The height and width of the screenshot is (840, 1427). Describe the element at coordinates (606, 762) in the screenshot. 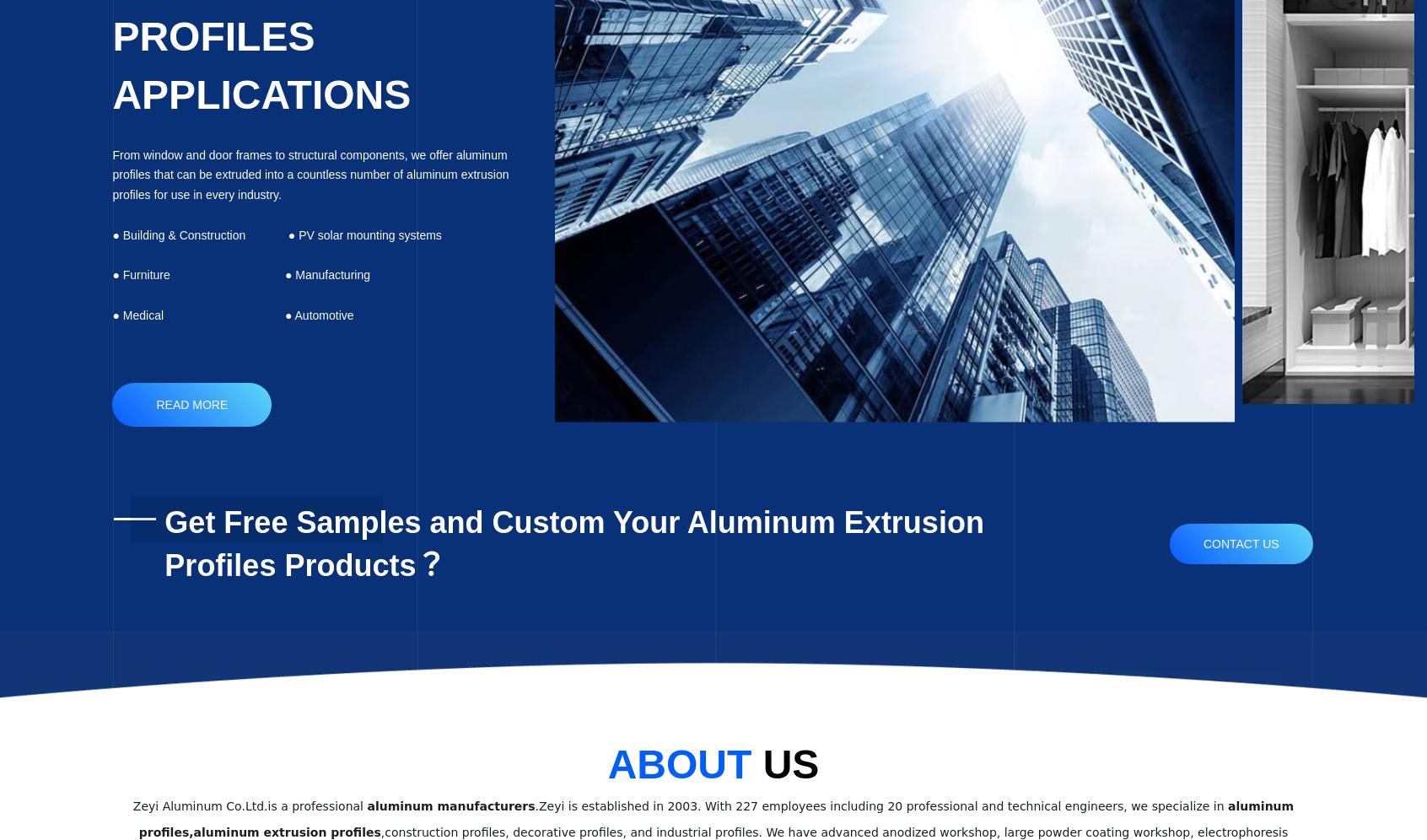

I see `'ABOUT'` at that location.